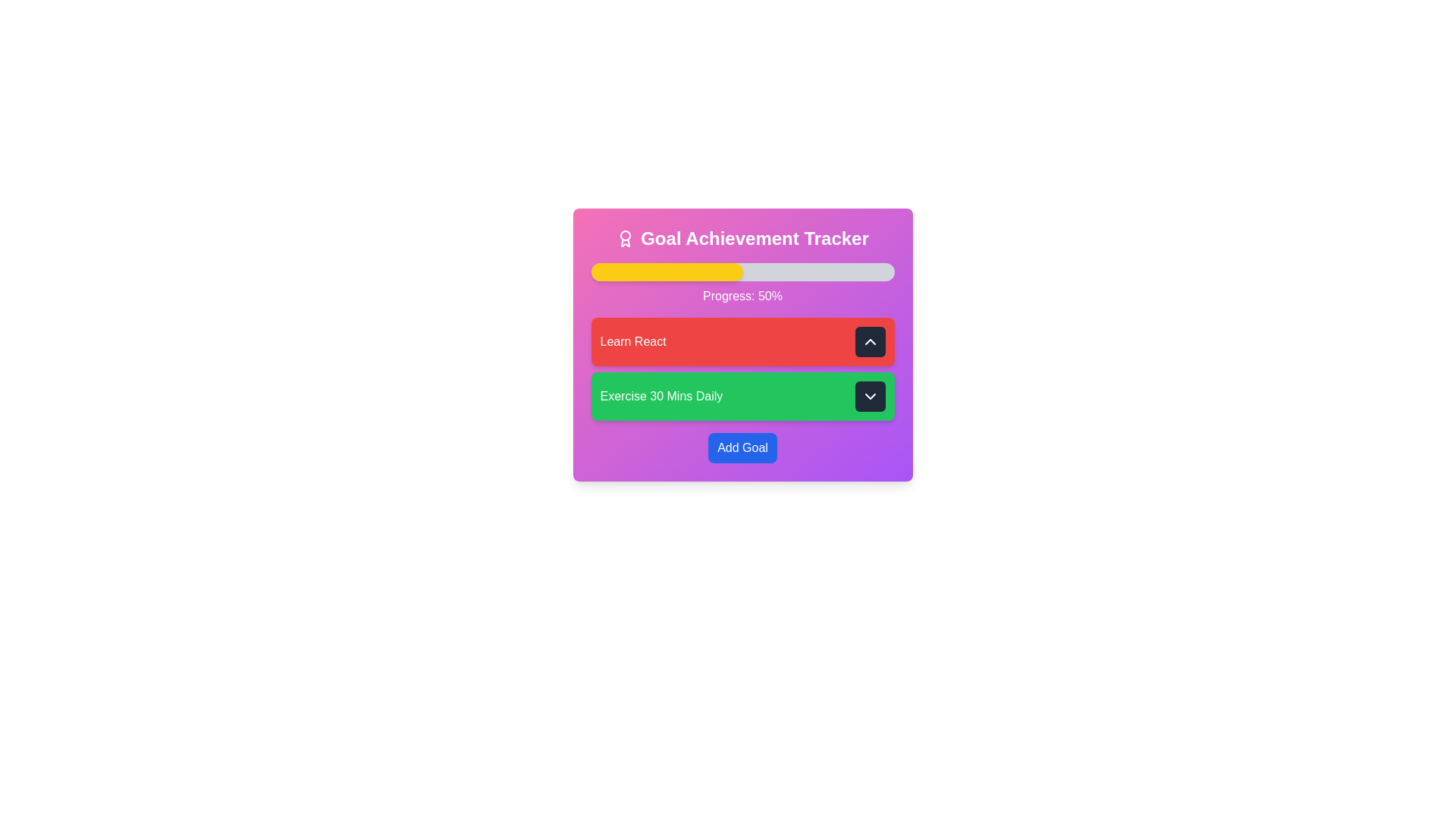  What do you see at coordinates (626, 236) in the screenshot?
I see `the central circle in the SVG graphic of the 'Goal Achievement Tracker' application panel` at bounding box center [626, 236].